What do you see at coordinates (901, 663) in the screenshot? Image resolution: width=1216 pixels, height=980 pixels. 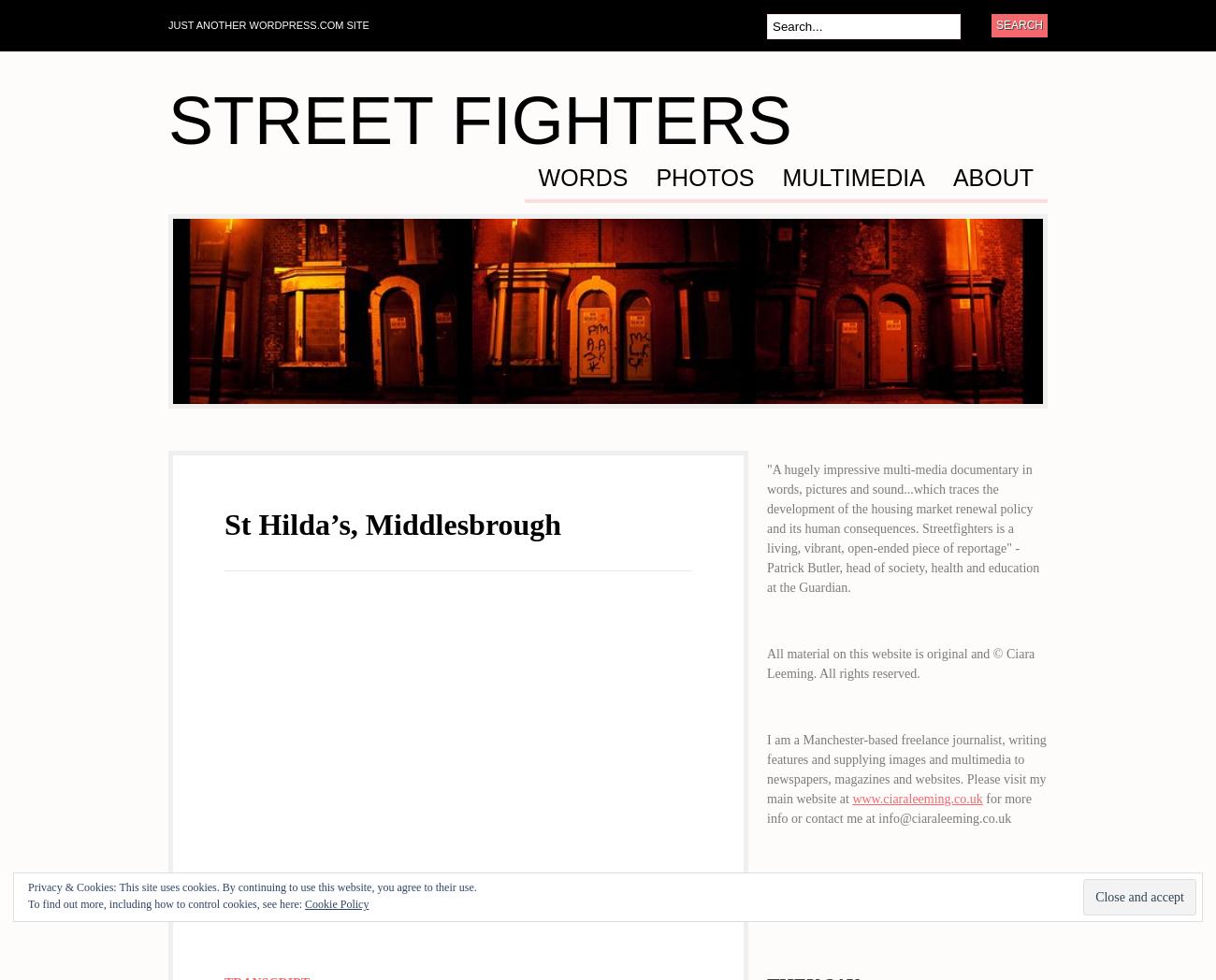 I see `'All material on this website is original and © Ciara Leeming. All rights reserved.'` at bounding box center [901, 663].